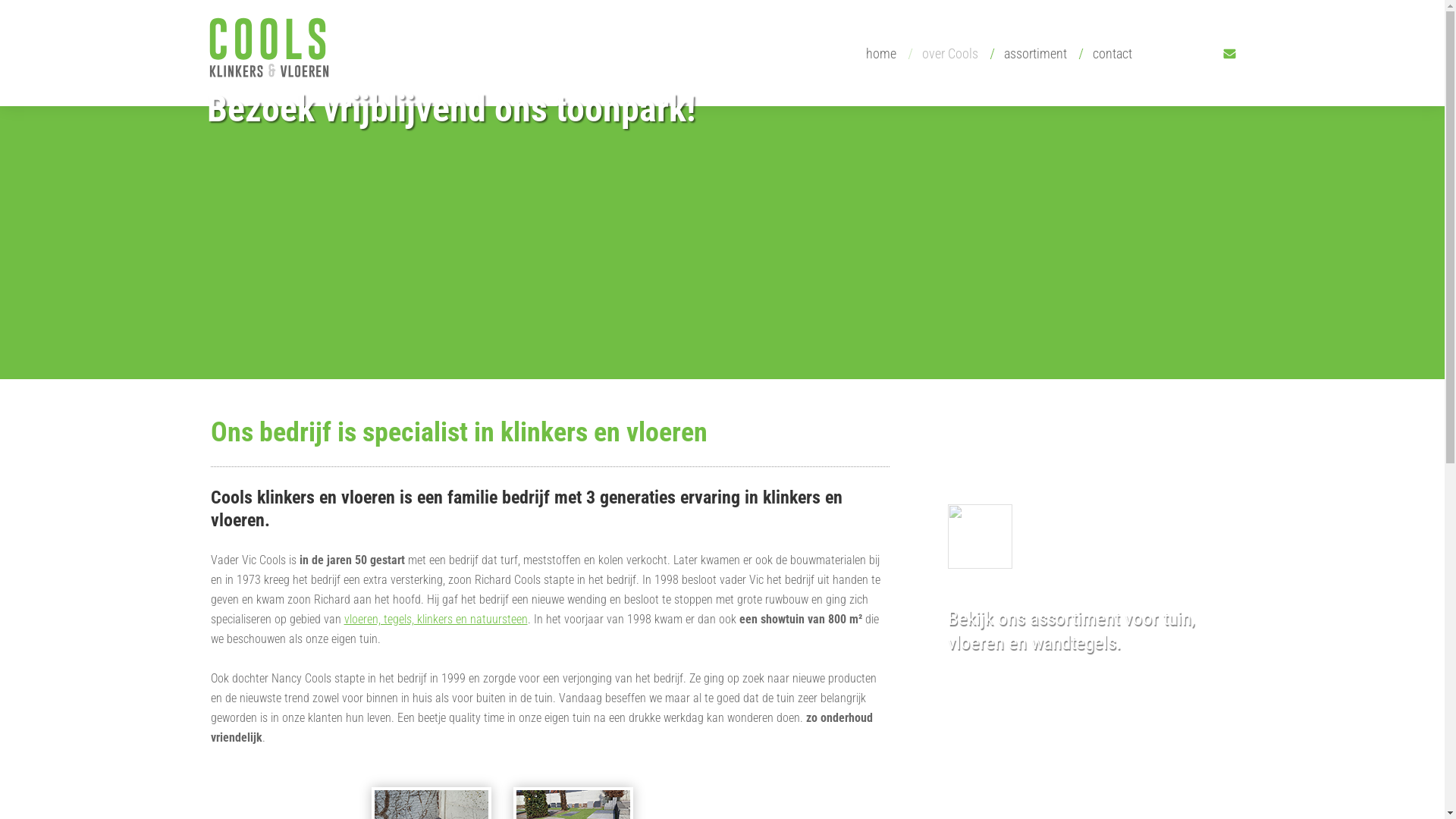  What do you see at coordinates (946, 52) in the screenshot?
I see `'over Cools'` at bounding box center [946, 52].